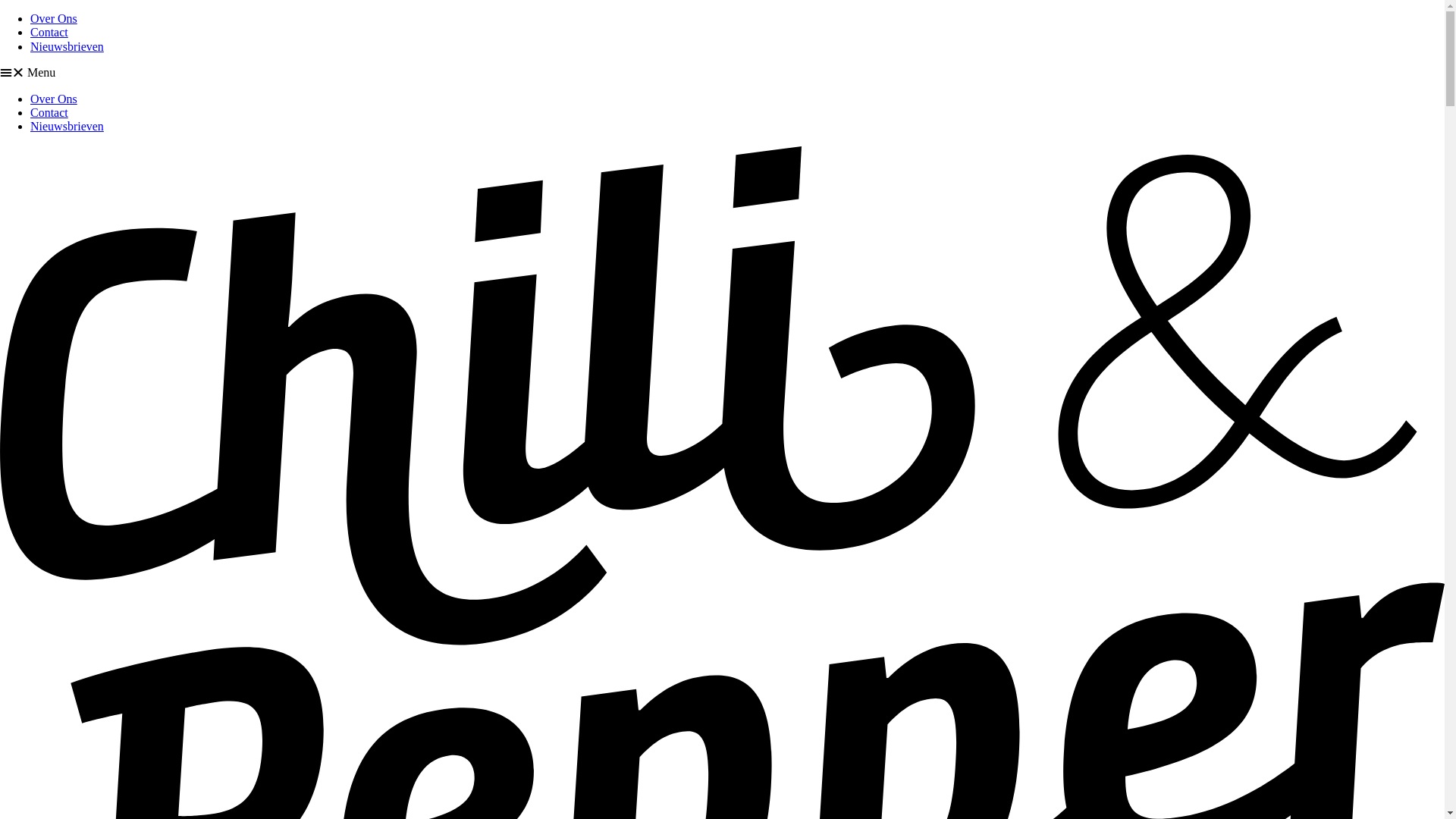 The width and height of the screenshot is (1456, 819). I want to click on 'Contact', so click(49, 32).